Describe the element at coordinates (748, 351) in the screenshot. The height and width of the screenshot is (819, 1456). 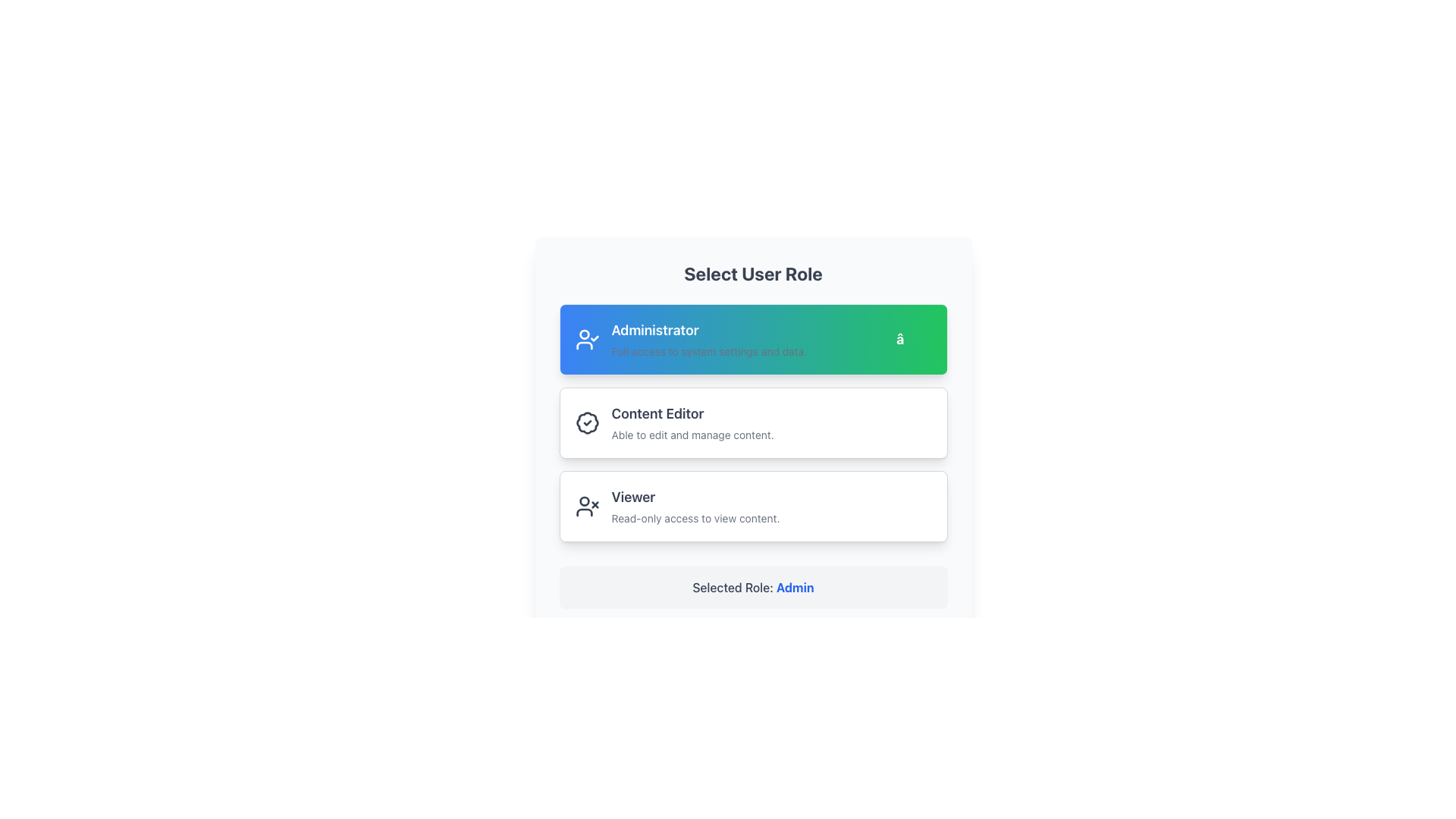
I see `text element that states 'Full access to system settings and data.' which is styled in a small gray font and positioned below the 'Administrator' heading` at that location.